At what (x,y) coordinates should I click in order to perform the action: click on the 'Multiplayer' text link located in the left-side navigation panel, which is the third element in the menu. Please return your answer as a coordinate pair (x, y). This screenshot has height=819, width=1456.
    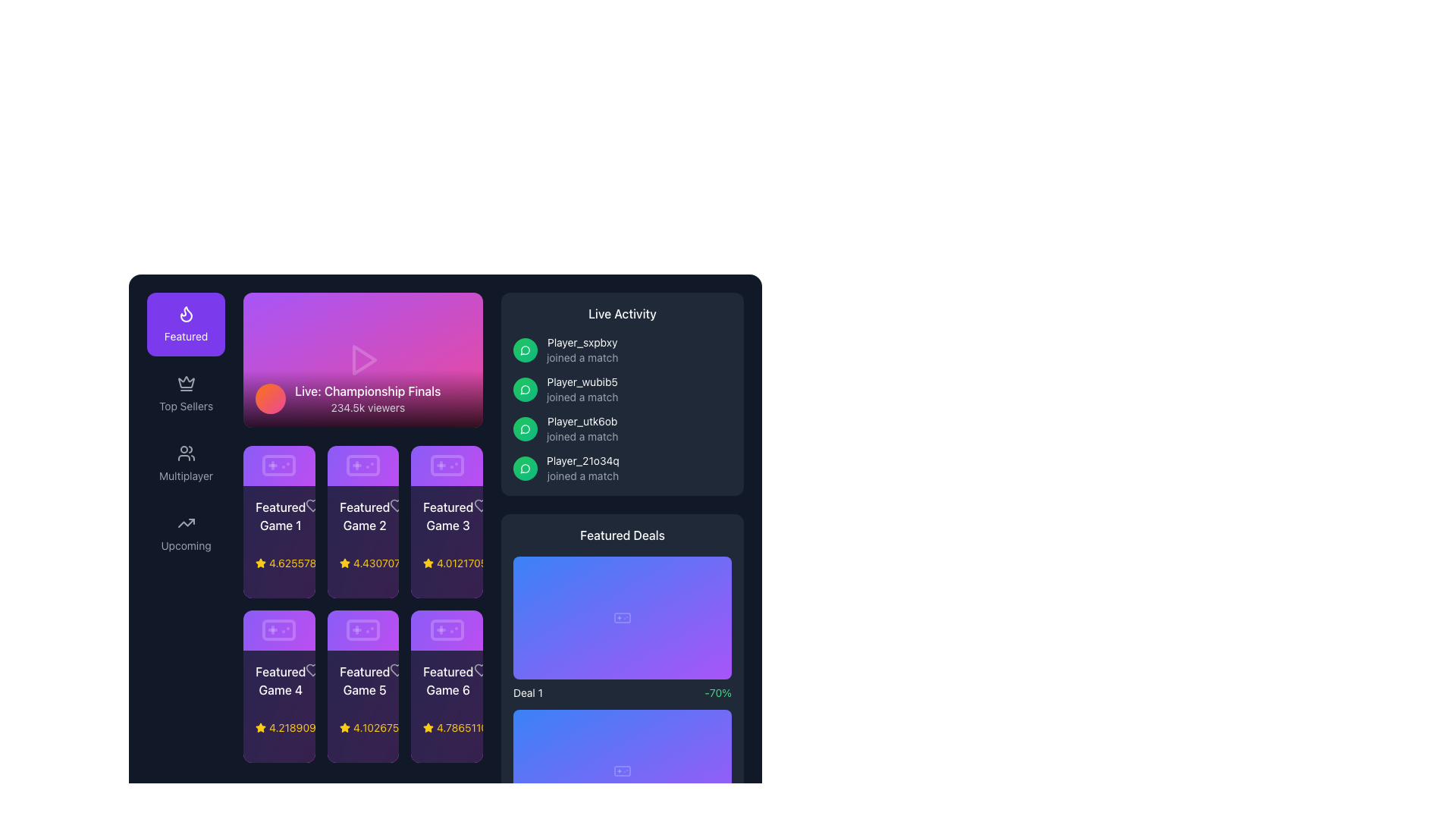
    Looking at the image, I should click on (185, 475).